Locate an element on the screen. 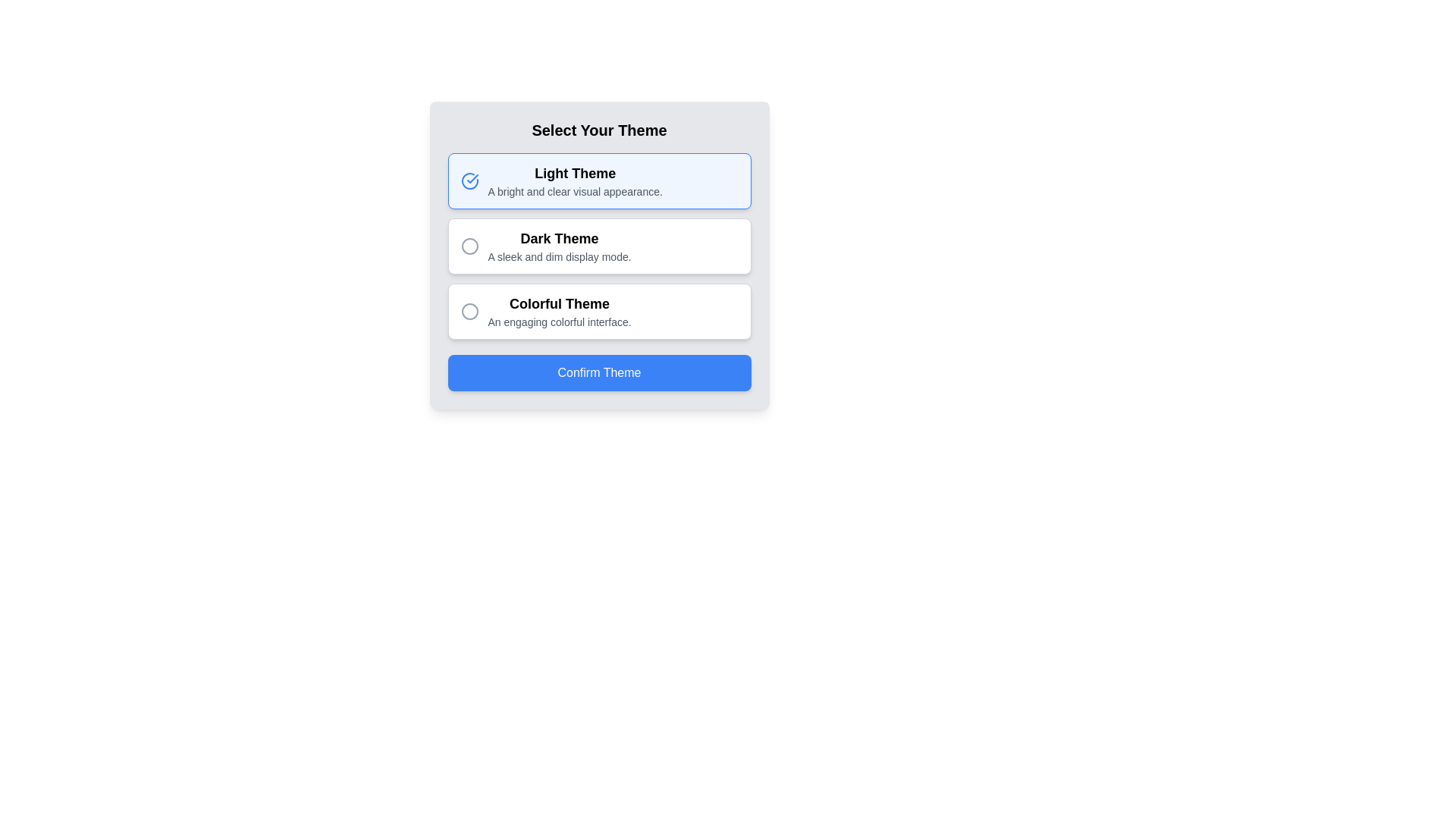 This screenshot has height=819, width=1456. the descriptive label that provides information about the dark theme option in the theme selection menu, located between 'Light Theme' and 'Colorful Theme' is located at coordinates (559, 245).